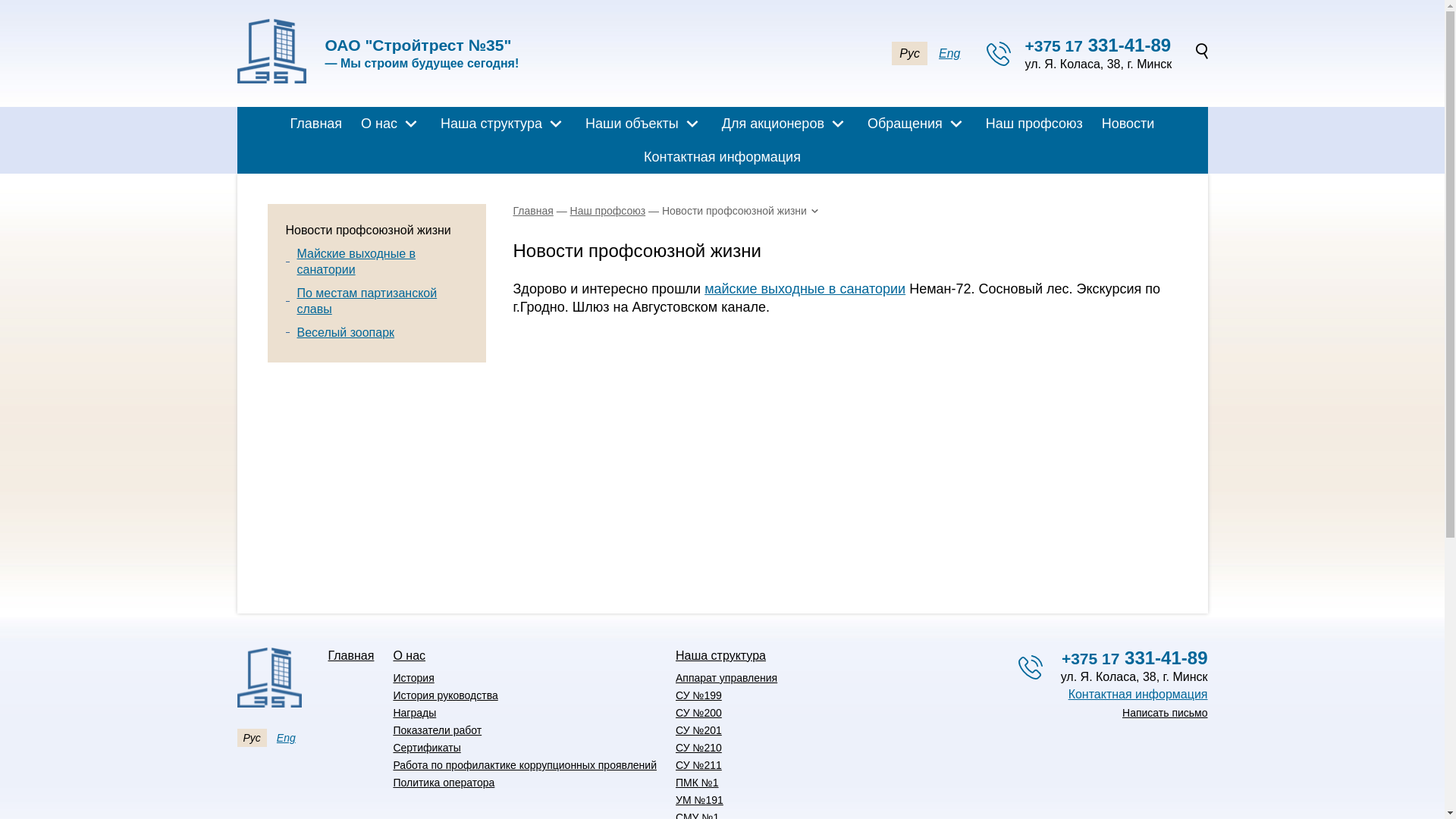 The image size is (1456, 819). What do you see at coordinates (286, 736) in the screenshot?
I see `'Eng'` at bounding box center [286, 736].